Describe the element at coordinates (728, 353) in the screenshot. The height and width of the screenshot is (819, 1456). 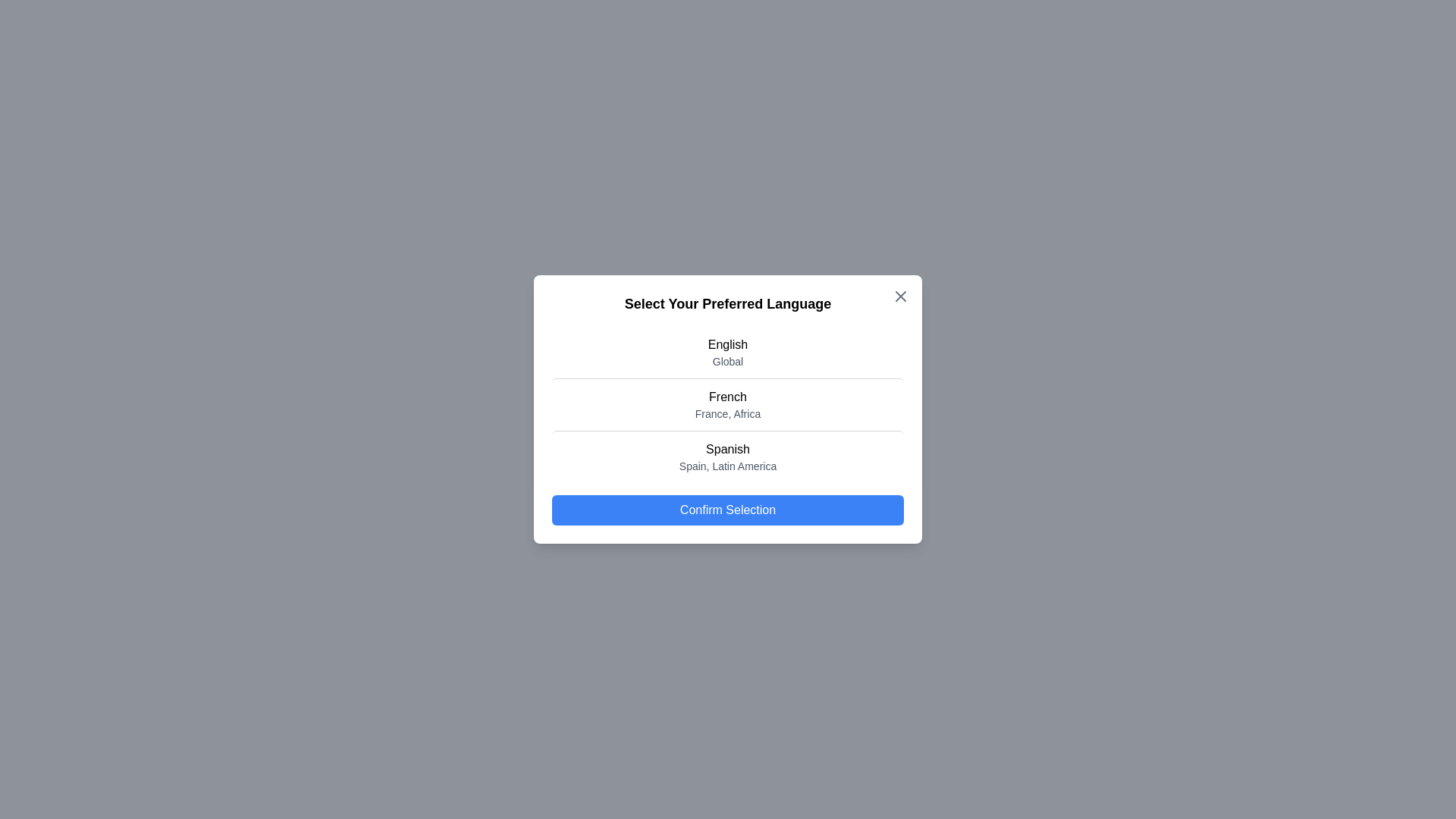
I see `the language English from the list` at that location.